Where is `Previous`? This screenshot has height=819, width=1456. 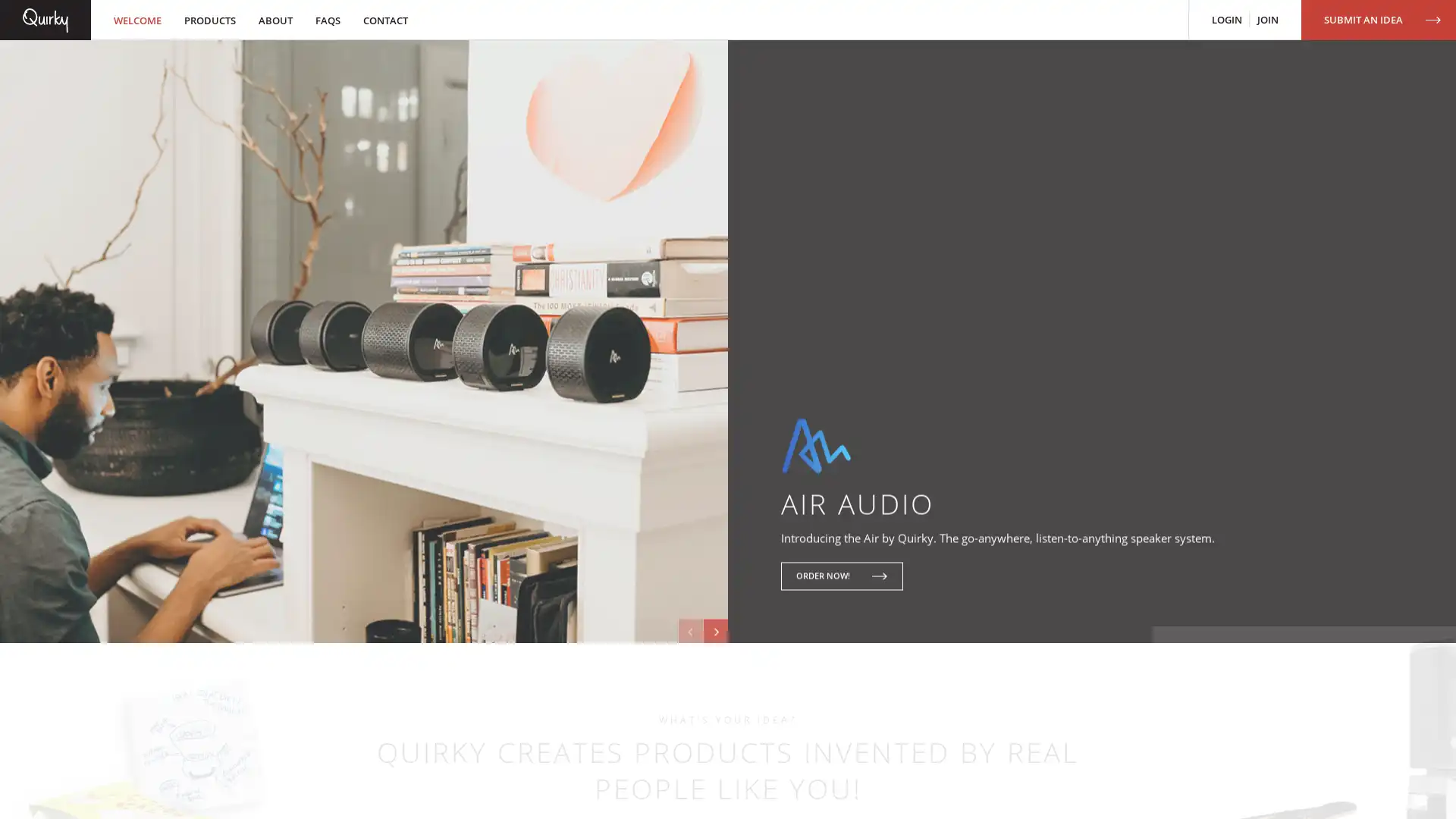
Previous is located at coordinates (680, 632).